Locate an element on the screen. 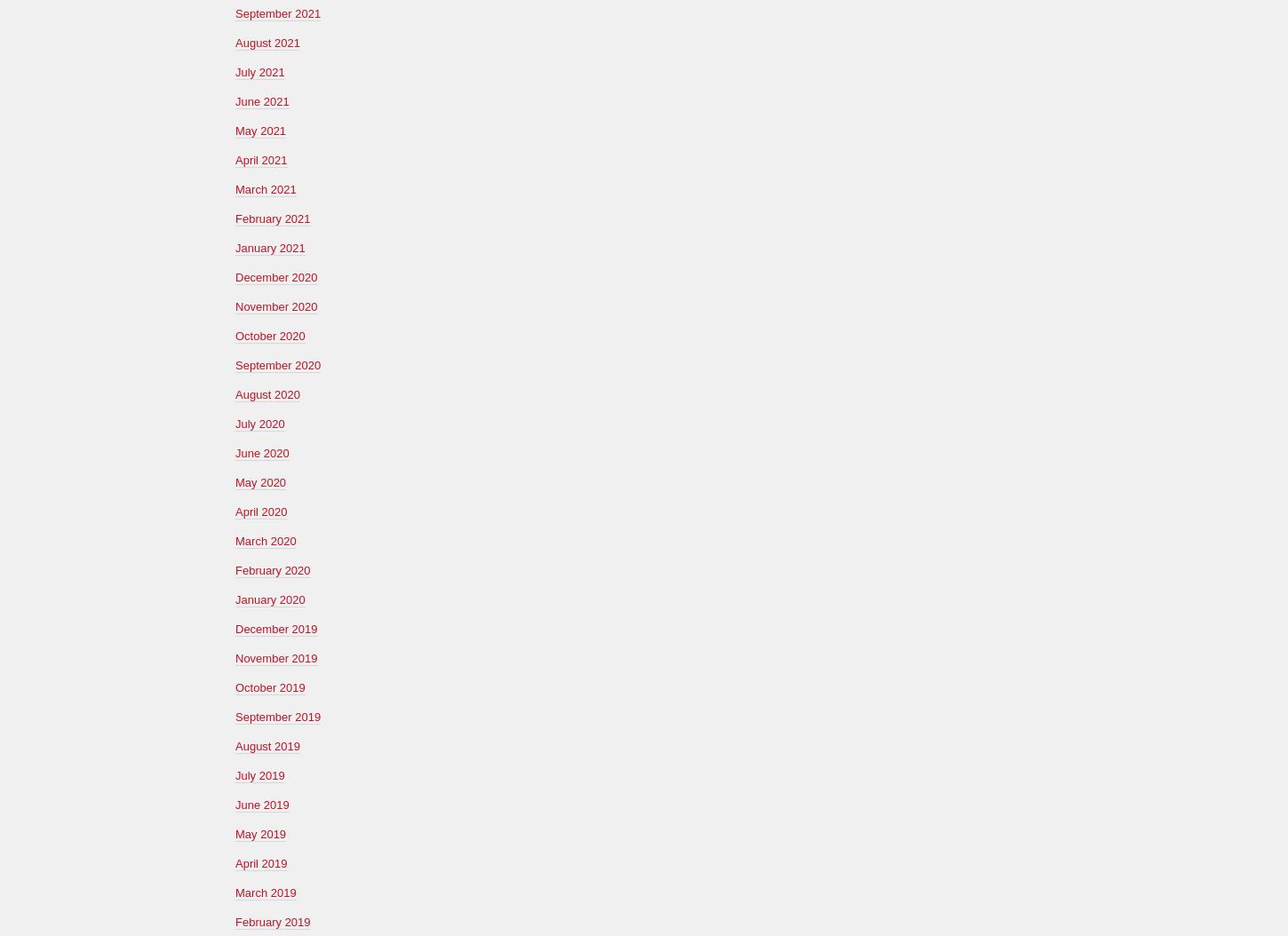  'November 2020' is located at coordinates (235, 305).